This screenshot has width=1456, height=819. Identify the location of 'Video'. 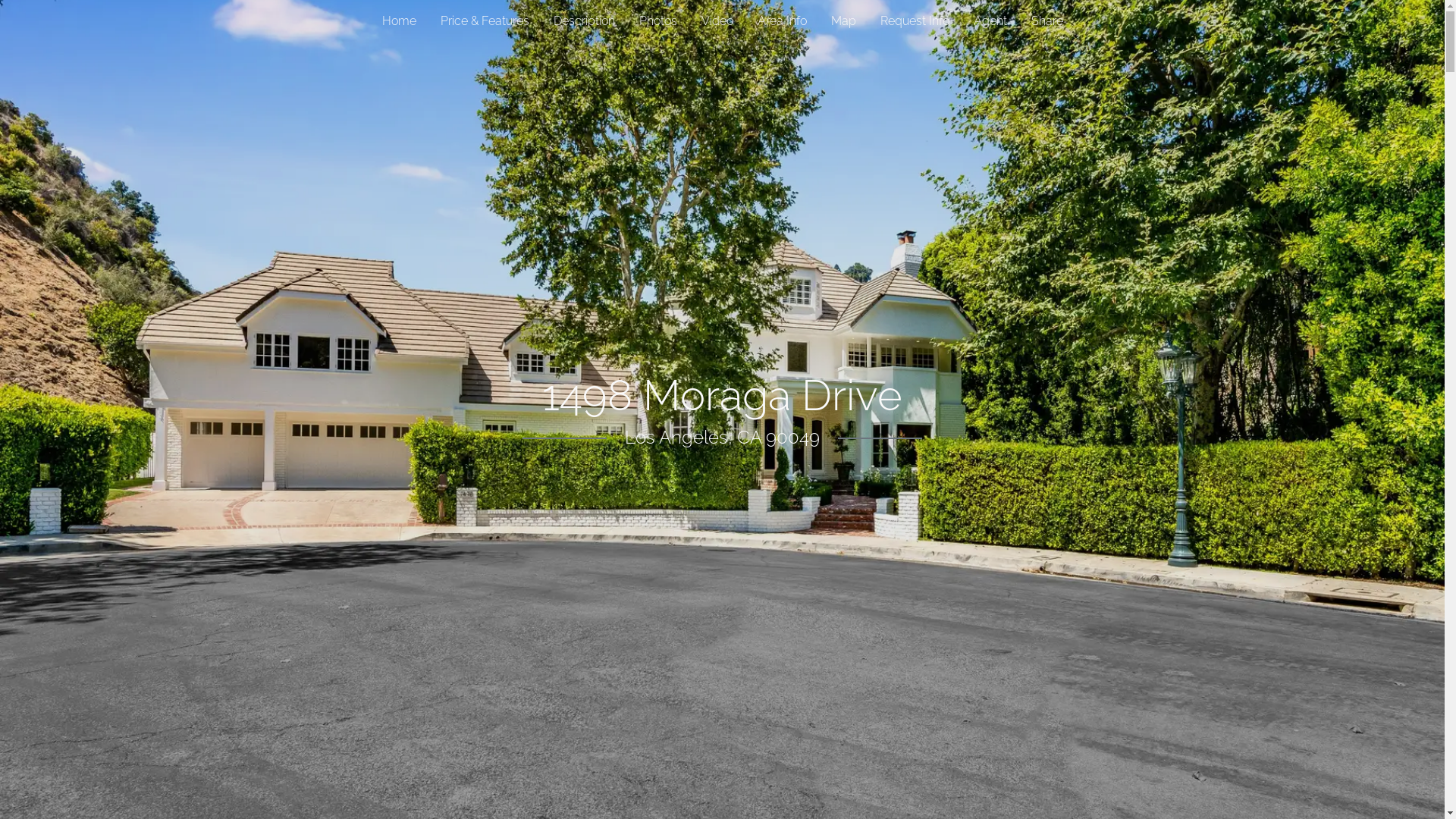
(716, 20).